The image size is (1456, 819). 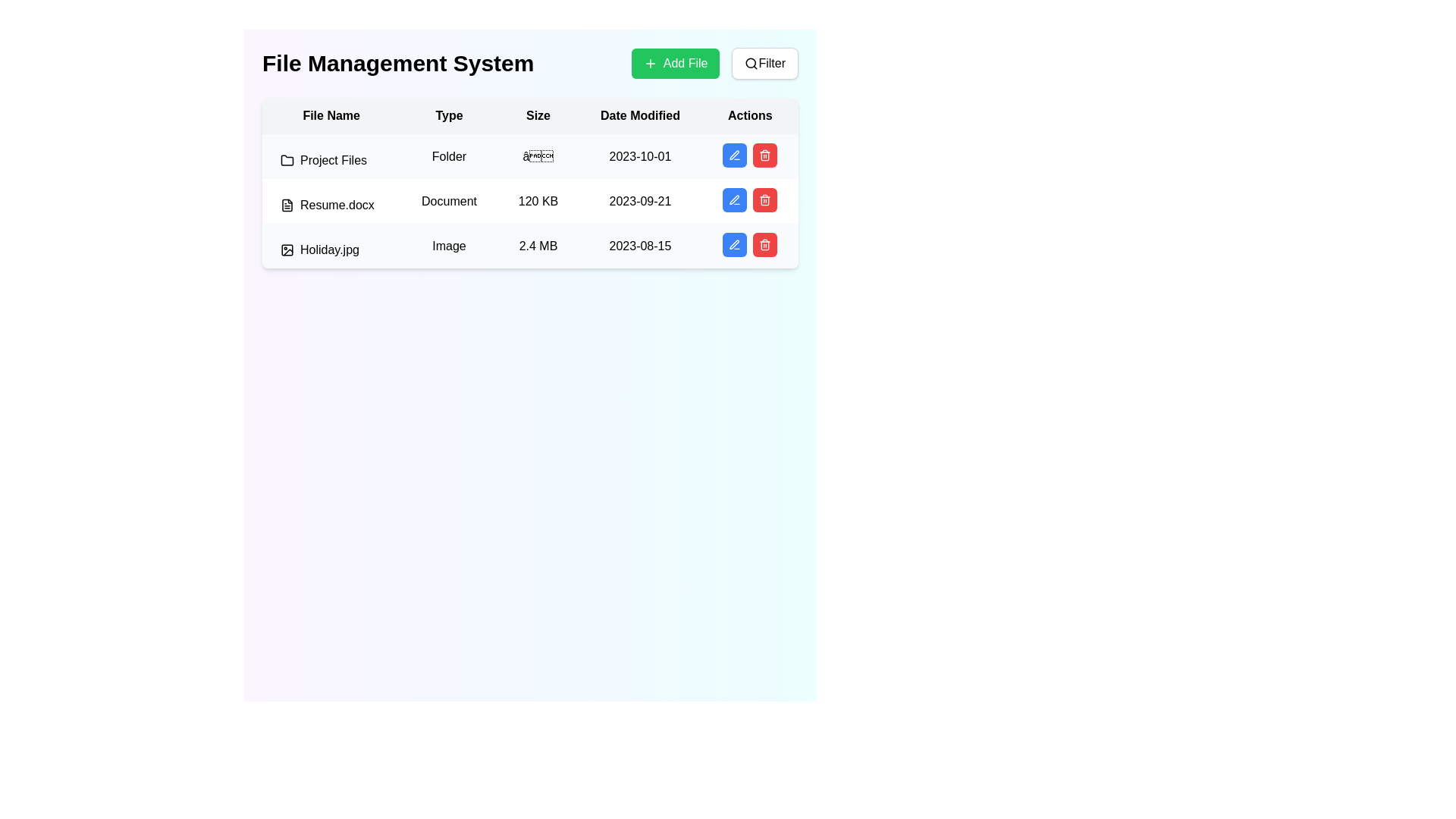 What do you see at coordinates (735, 199) in the screenshot?
I see `the first button in the 'Actions' column of the second row in the table corresponding to 'Resume.docx' to invoke an action such as opening an editor or a settings panel` at bounding box center [735, 199].